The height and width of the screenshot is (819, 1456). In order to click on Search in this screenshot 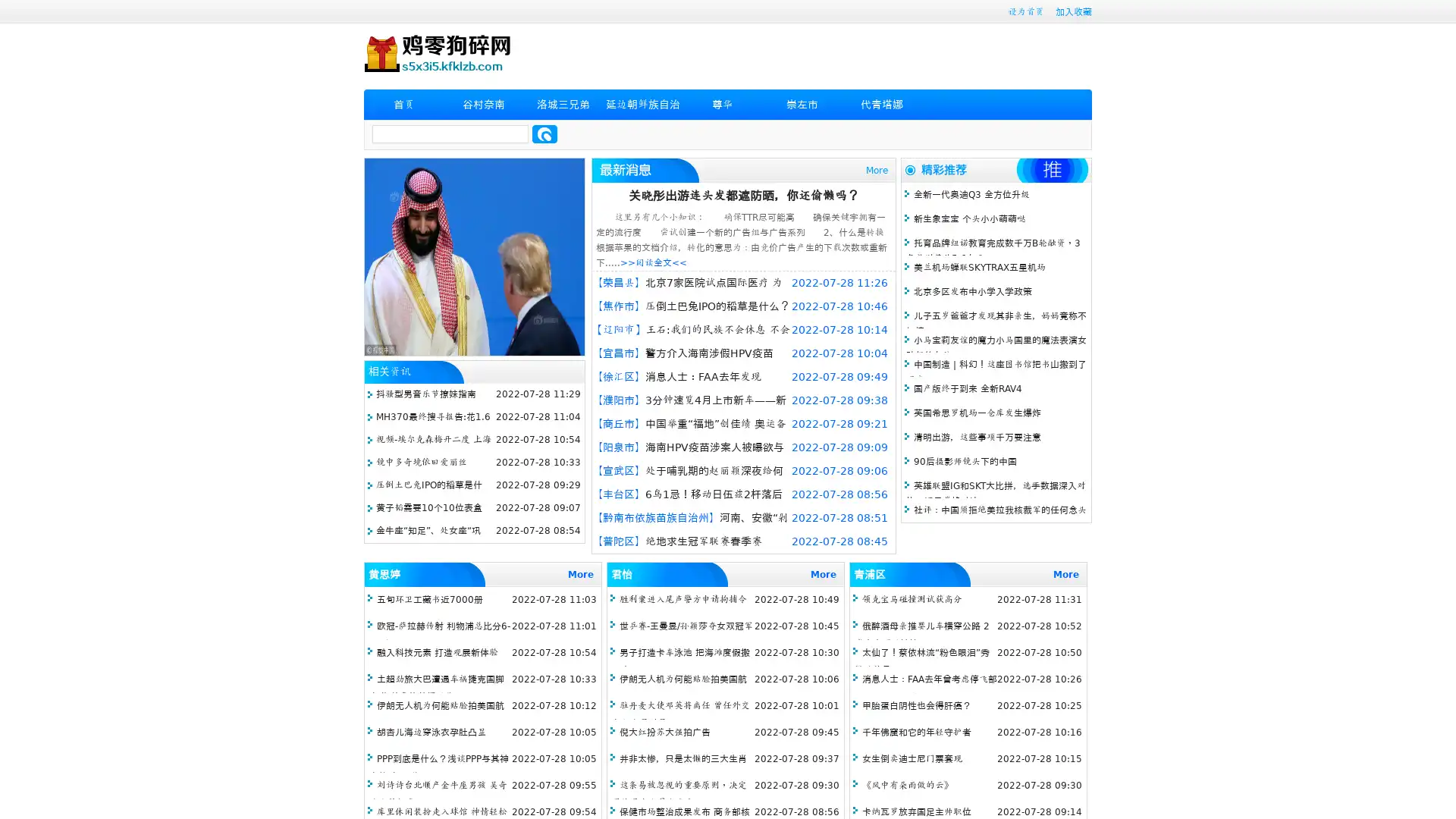, I will do `click(544, 133)`.